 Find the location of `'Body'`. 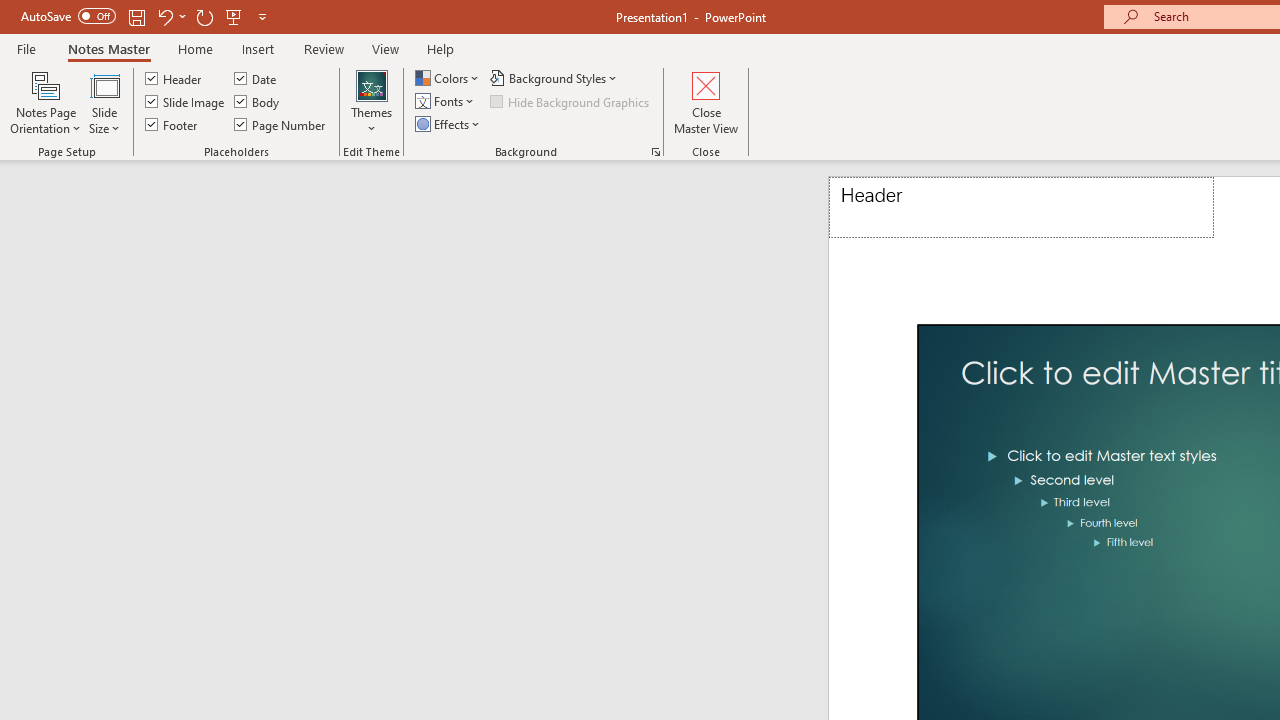

'Body' is located at coordinates (256, 101).